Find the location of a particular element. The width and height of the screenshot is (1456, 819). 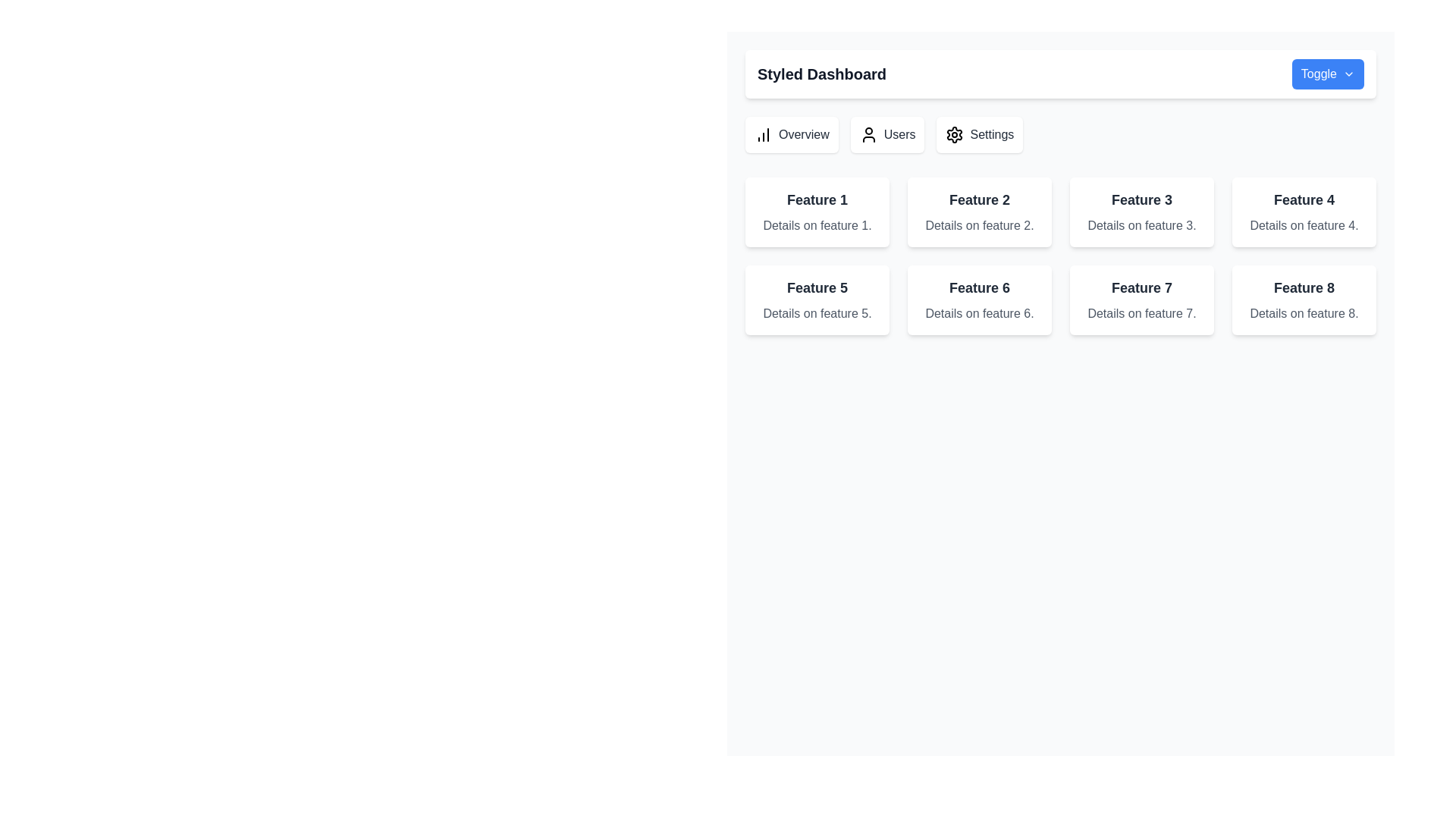

the title text element located in the top section of the feature card in the second row and last column of a 2x4 grid layout is located at coordinates (1303, 199).